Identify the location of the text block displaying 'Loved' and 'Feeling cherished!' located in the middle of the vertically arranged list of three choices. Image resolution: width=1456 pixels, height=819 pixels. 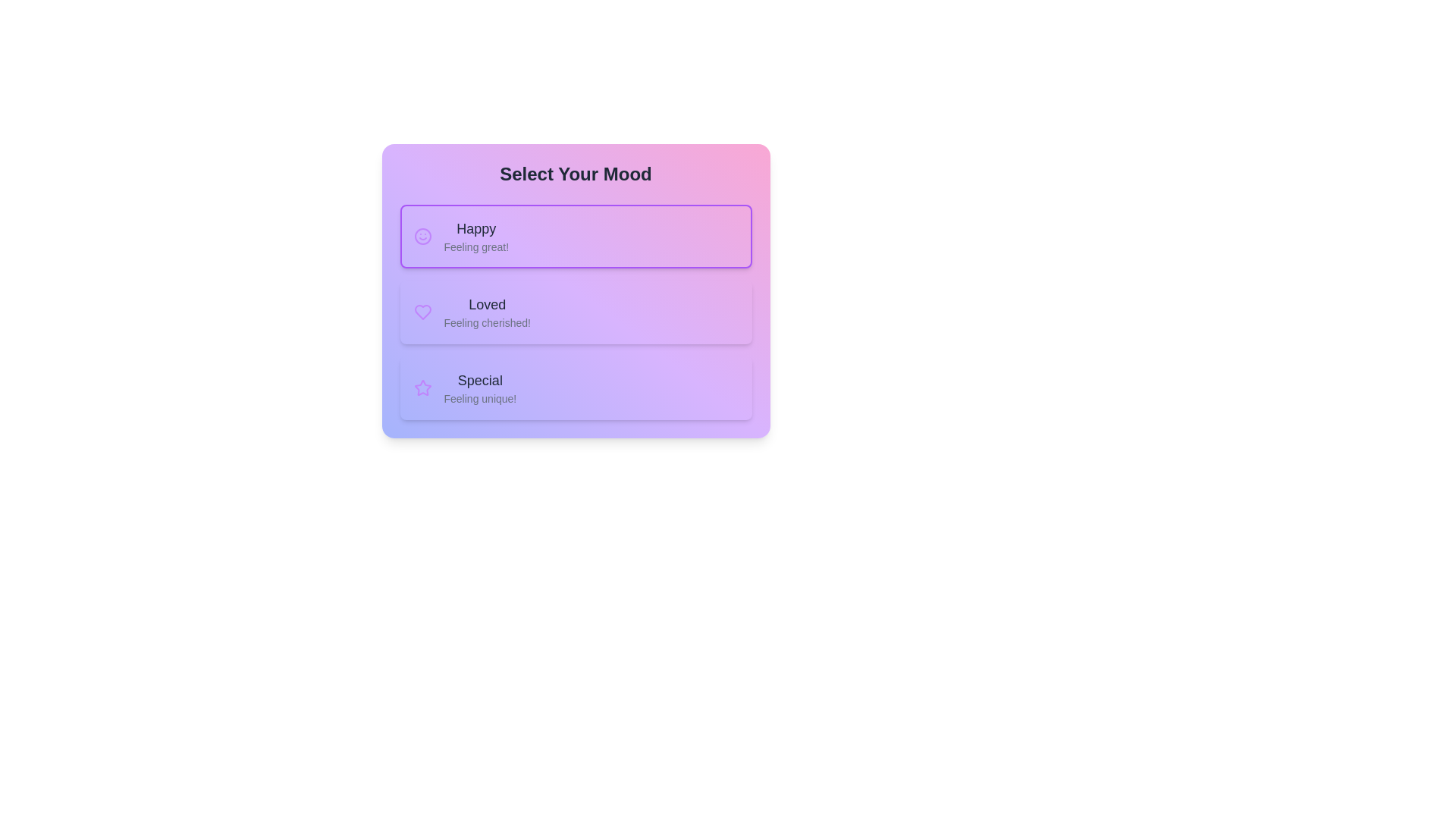
(487, 312).